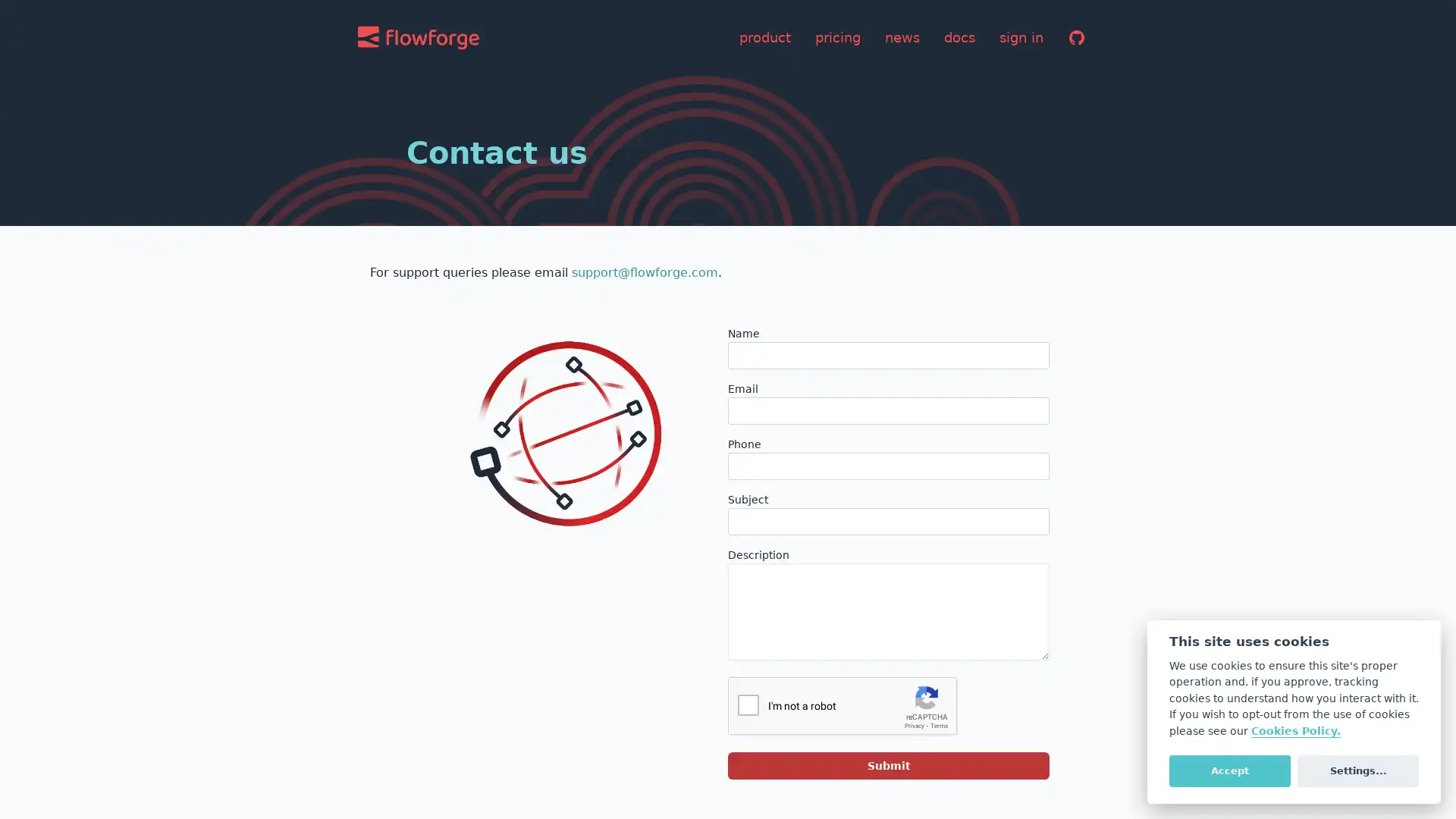  What do you see at coordinates (888, 766) in the screenshot?
I see `Submit` at bounding box center [888, 766].